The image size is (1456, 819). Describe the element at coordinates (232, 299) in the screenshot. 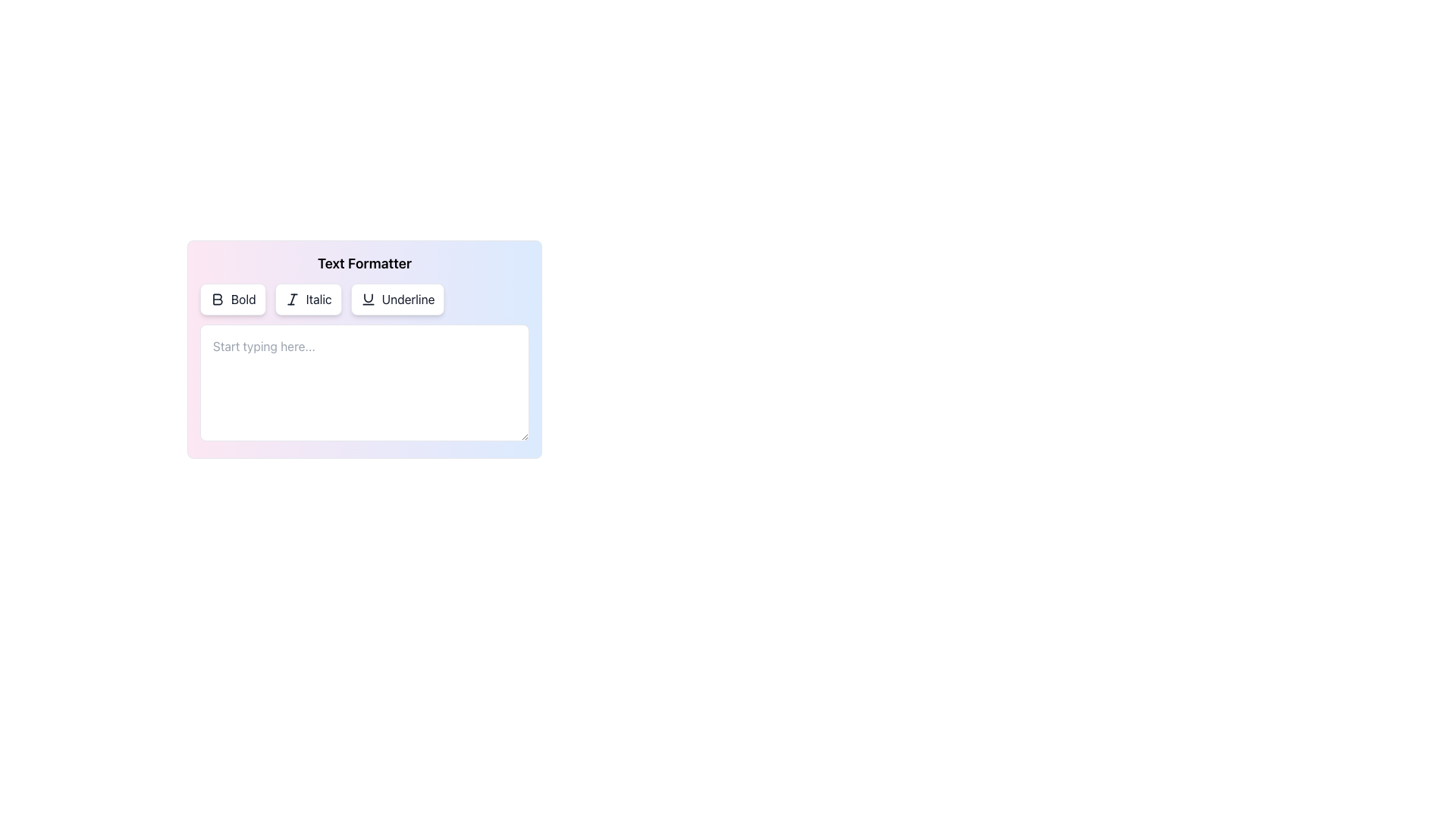

I see `the 'Bold' button, which is the first button in a row of text formatting buttons` at that location.